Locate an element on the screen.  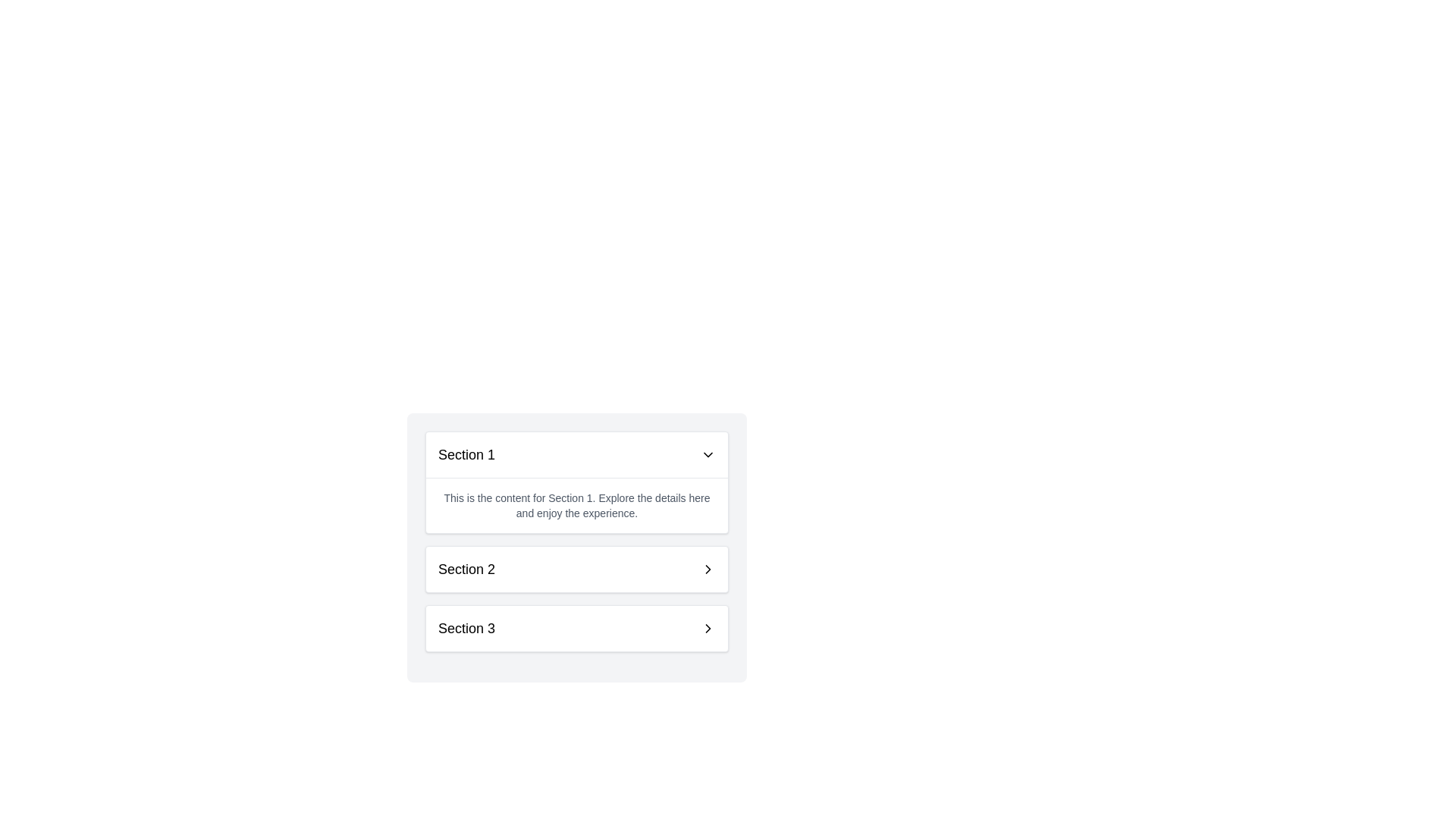
the right-pointing chevron icon button located in the navigation structure of 'Section 2' is located at coordinates (708, 570).